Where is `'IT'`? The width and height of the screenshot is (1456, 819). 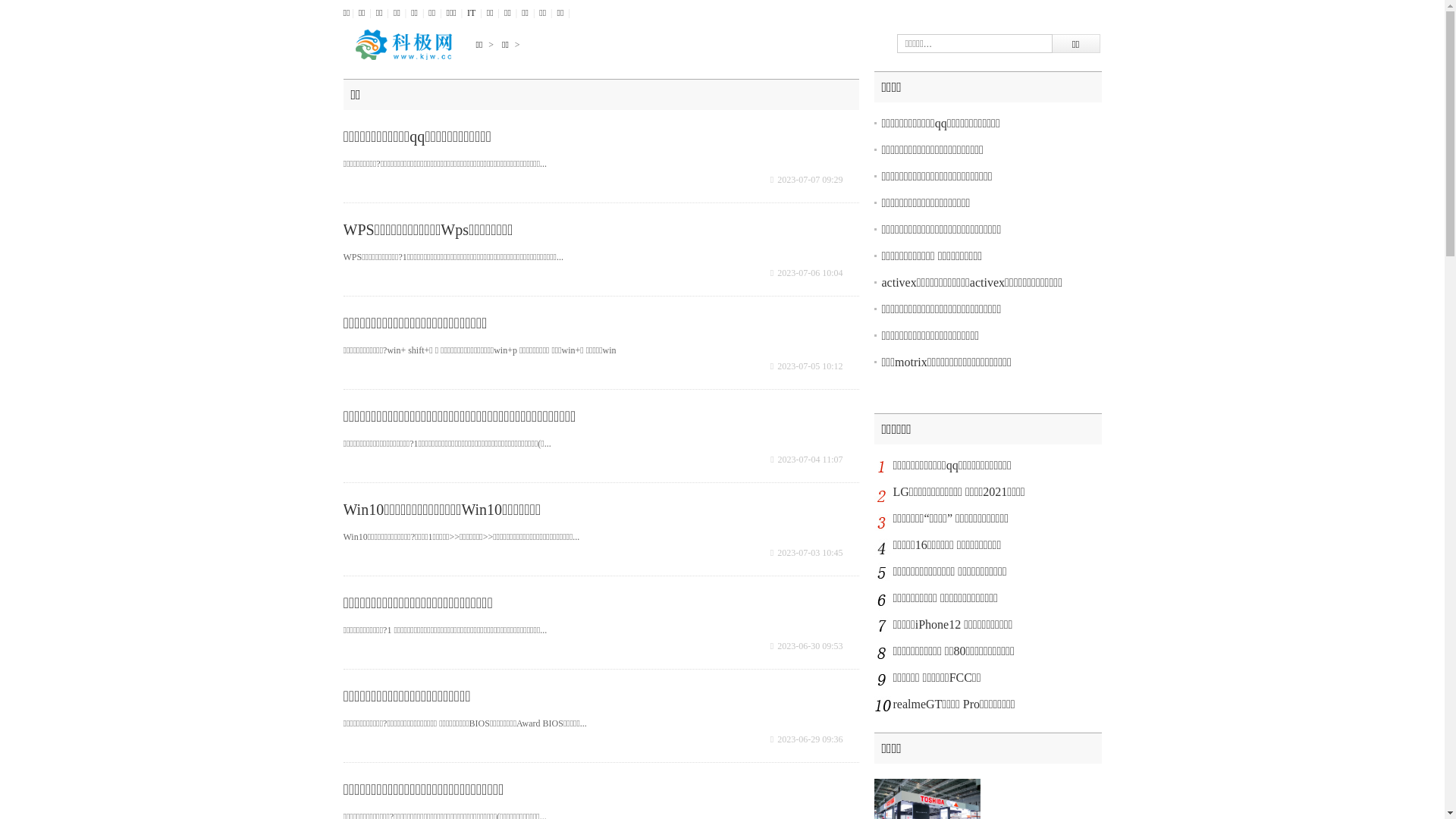 'IT' is located at coordinates (464, 12).